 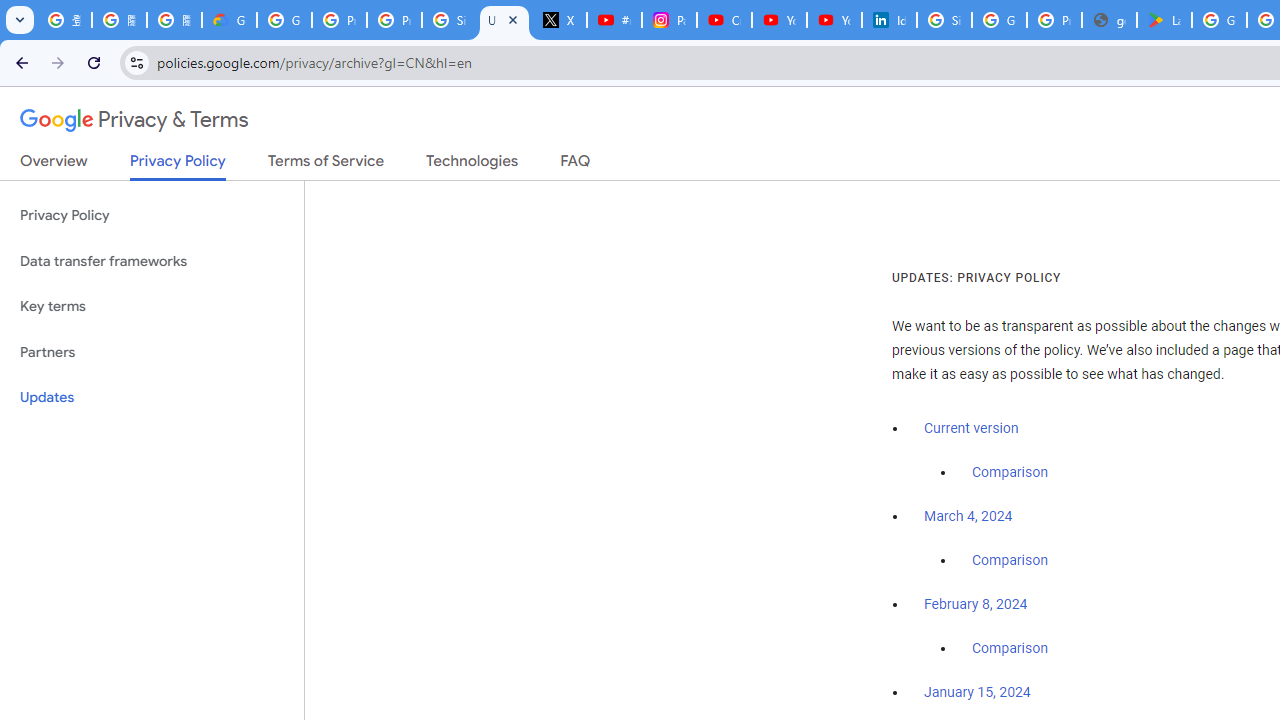 What do you see at coordinates (326, 164) in the screenshot?
I see `'Terms of Service'` at bounding box center [326, 164].